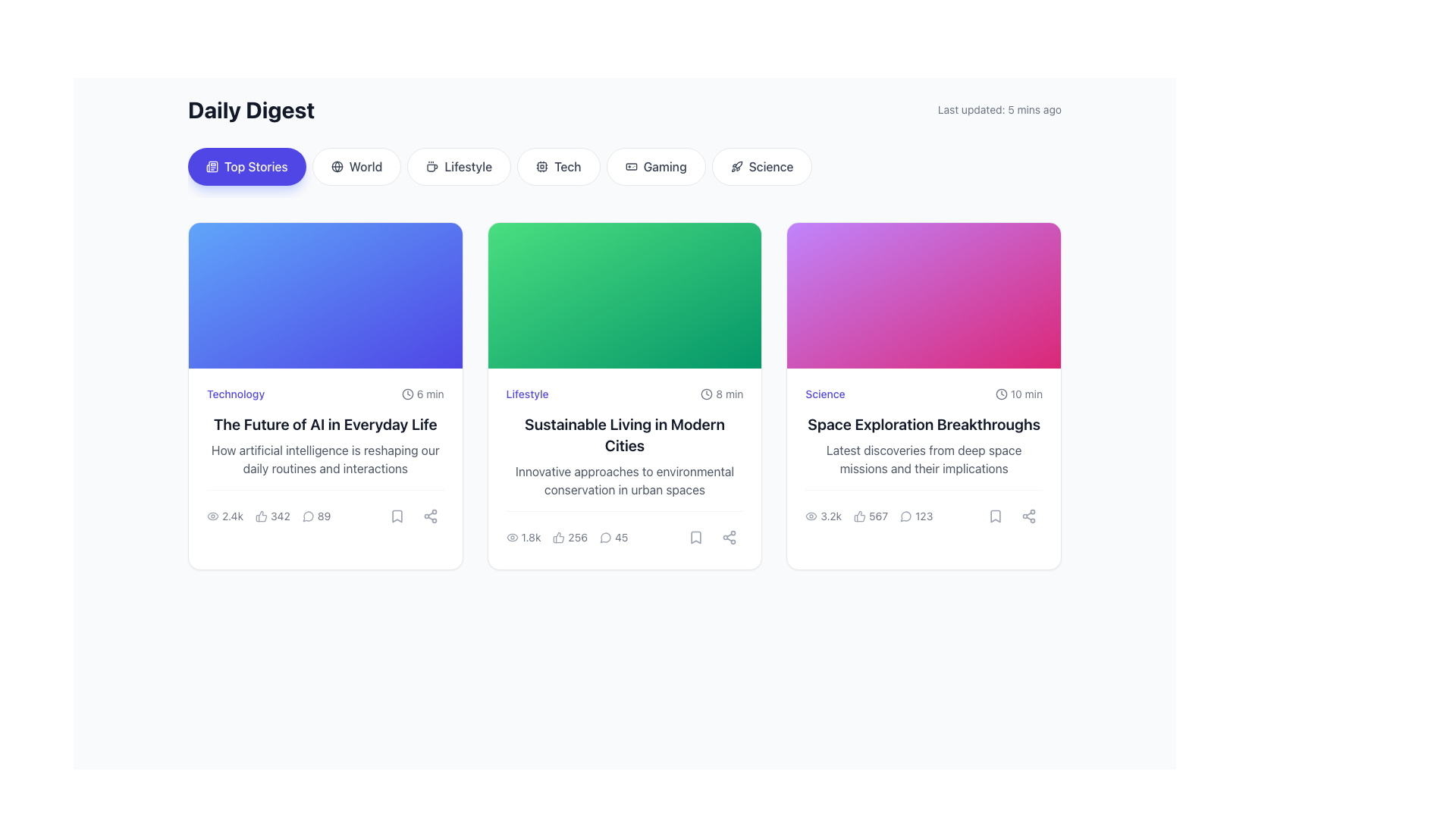 This screenshot has height=819, width=1456. Describe the element at coordinates (366, 166) in the screenshot. I see `the text label within the second button in the category selection bar` at that location.